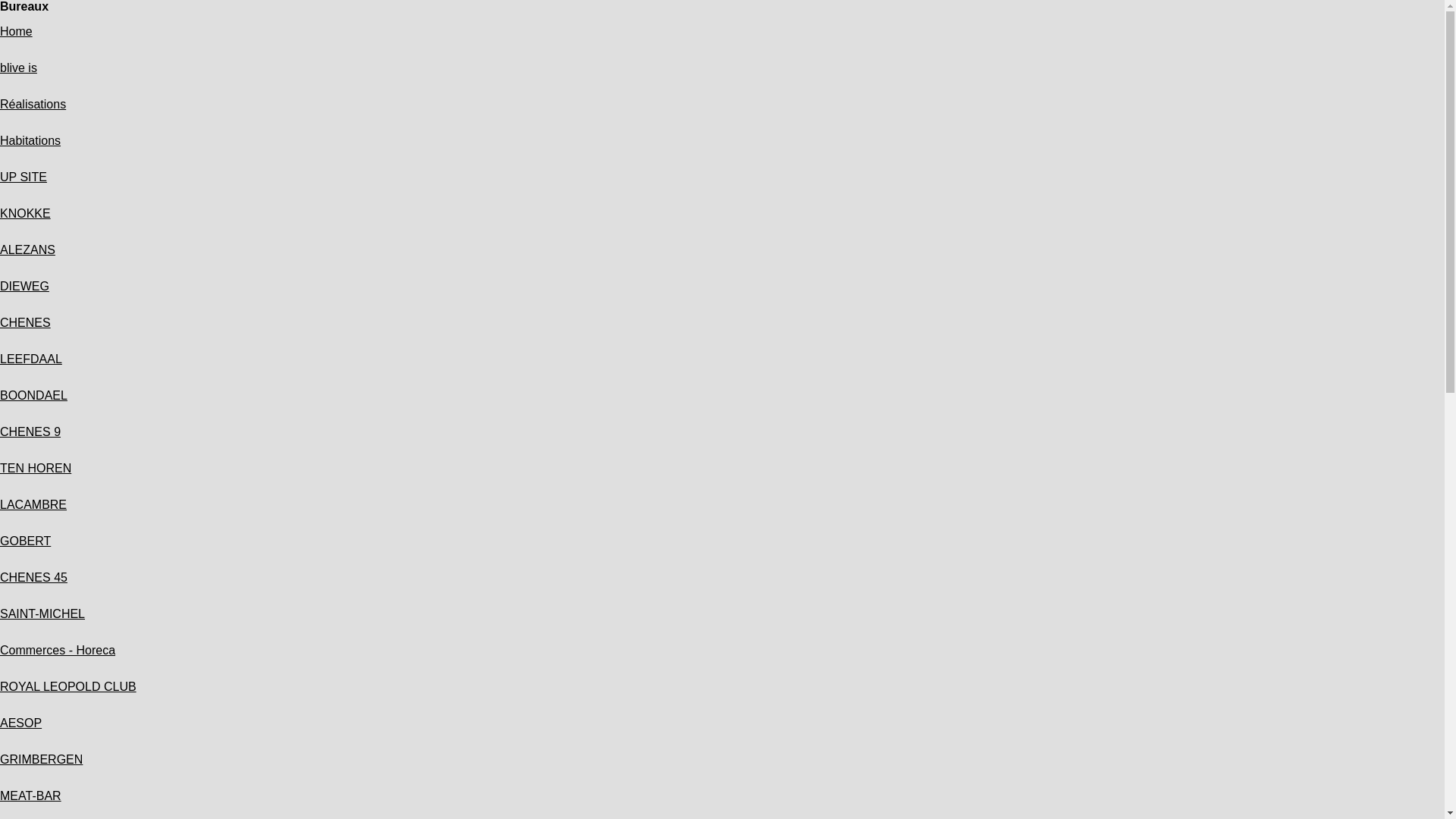  I want to click on 'ALEZANS', so click(27, 249).